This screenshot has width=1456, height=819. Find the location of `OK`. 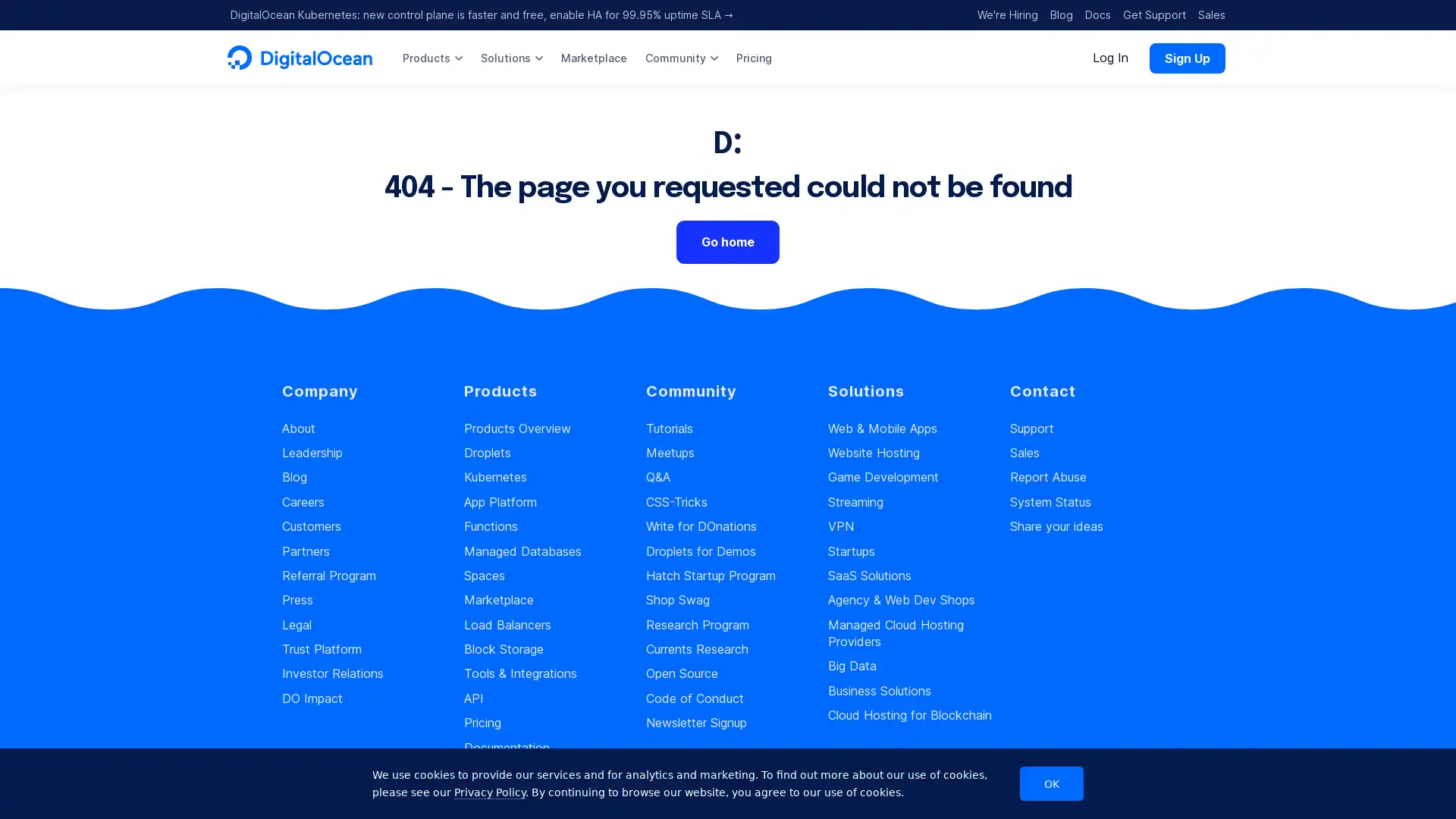

OK is located at coordinates (1051, 783).